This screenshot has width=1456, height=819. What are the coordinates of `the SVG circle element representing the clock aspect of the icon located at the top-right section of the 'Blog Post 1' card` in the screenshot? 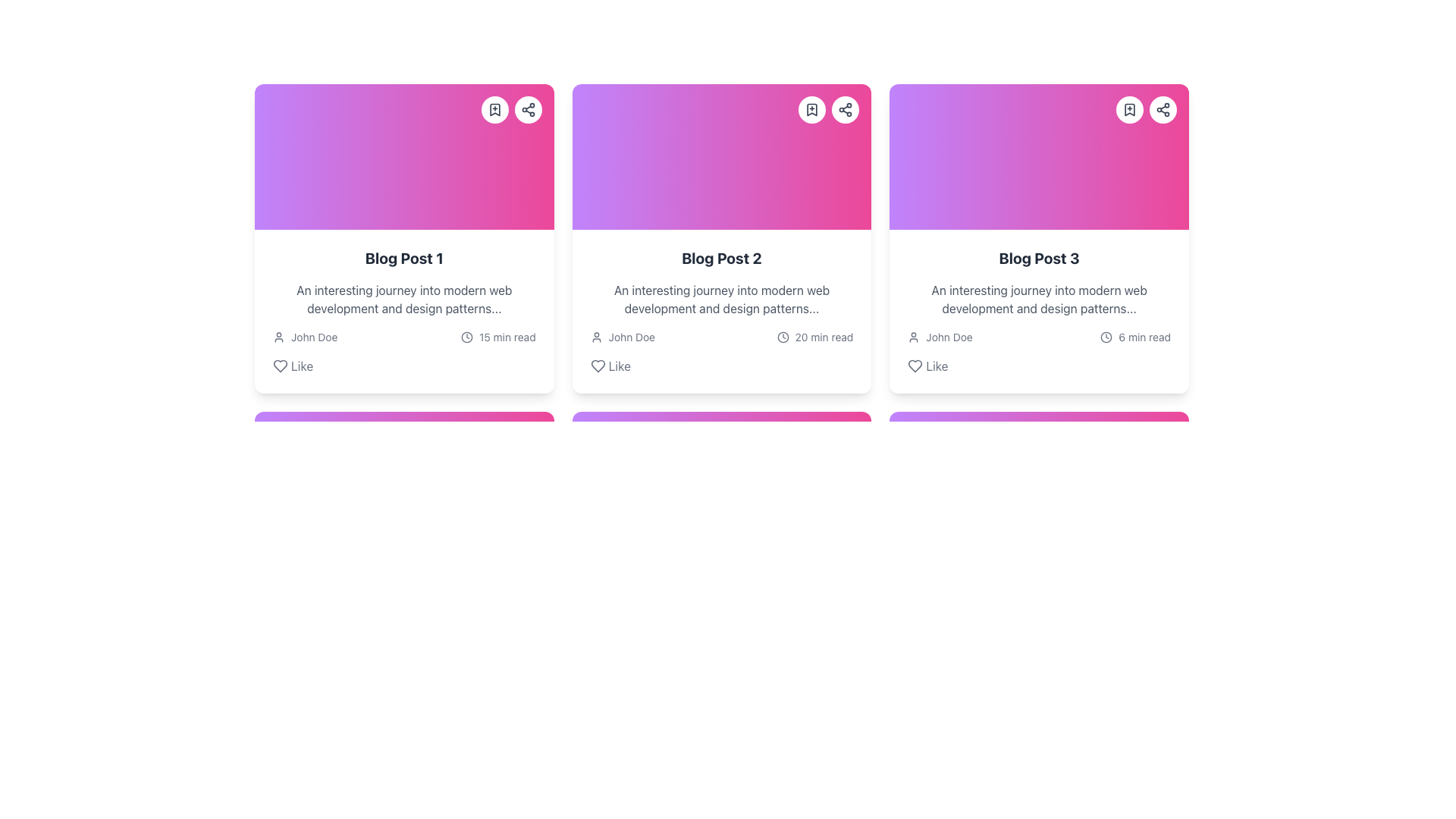 It's located at (466, 336).